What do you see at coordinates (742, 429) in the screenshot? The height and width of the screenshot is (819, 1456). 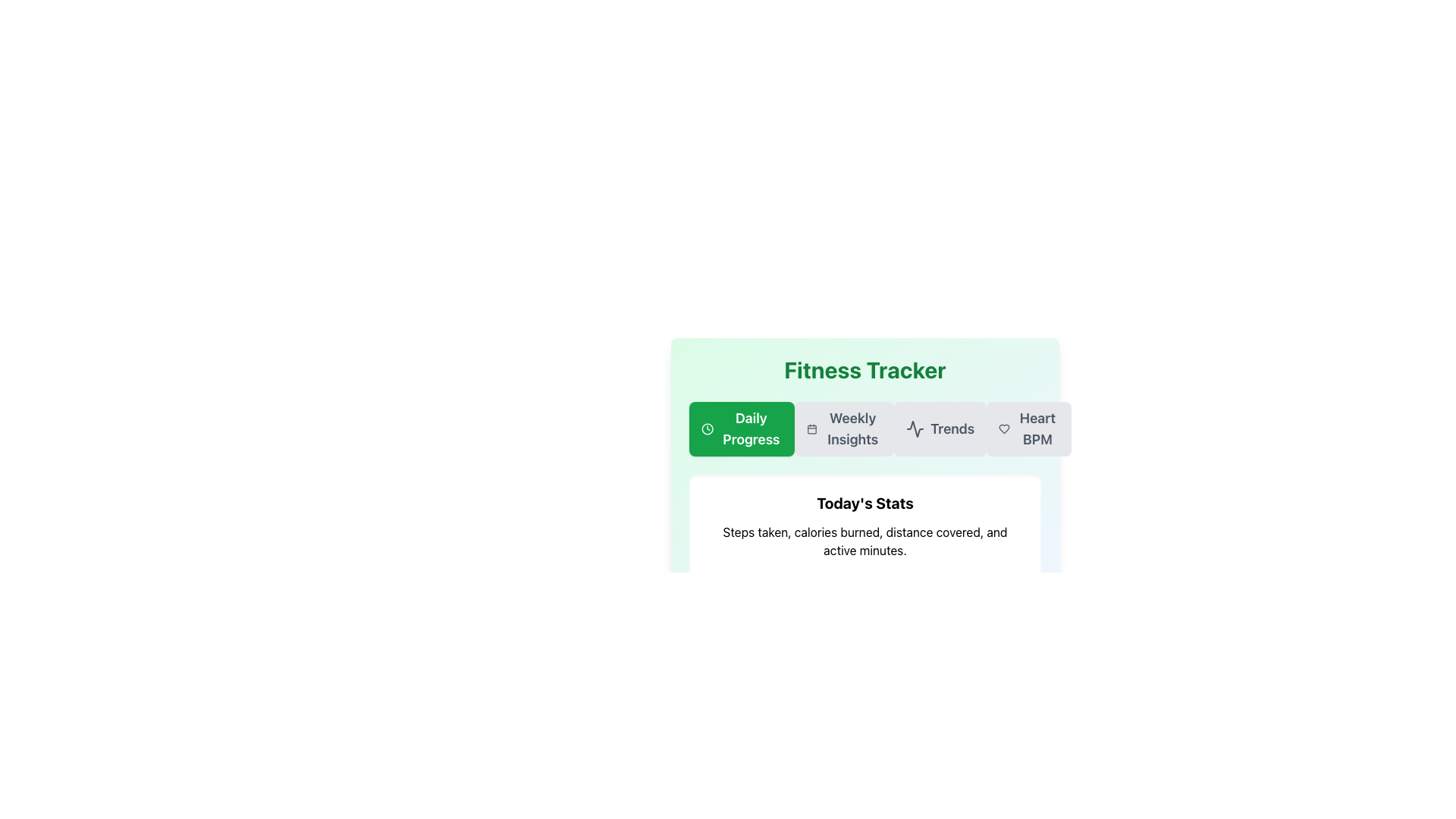 I see `the 'Daily Progress' button` at bounding box center [742, 429].